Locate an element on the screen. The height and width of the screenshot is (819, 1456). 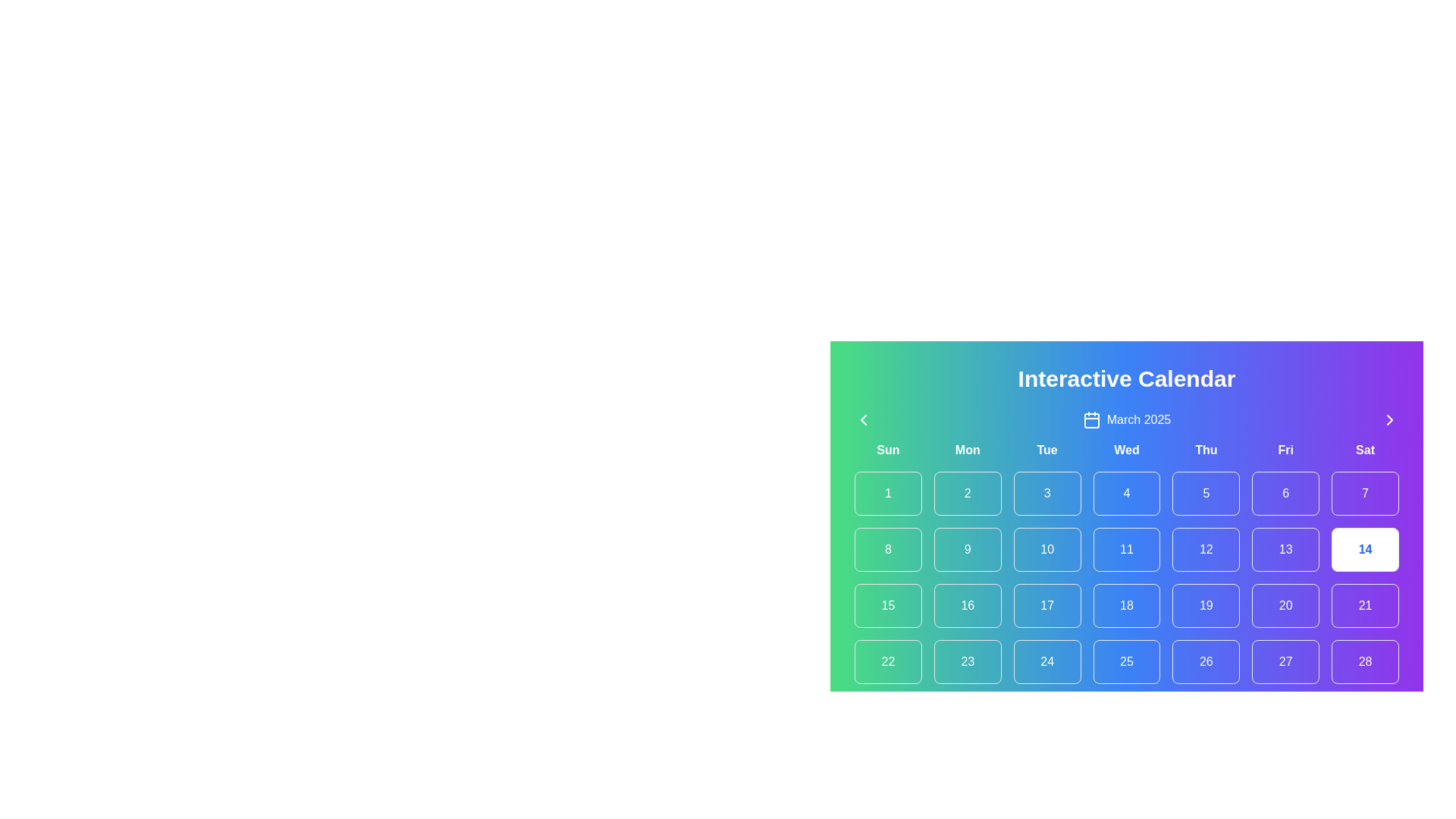
the Text Header at the top of the 'Interactive Calendar' interface, which displays the name of the application or feature is located at coordinates (1127, 378).